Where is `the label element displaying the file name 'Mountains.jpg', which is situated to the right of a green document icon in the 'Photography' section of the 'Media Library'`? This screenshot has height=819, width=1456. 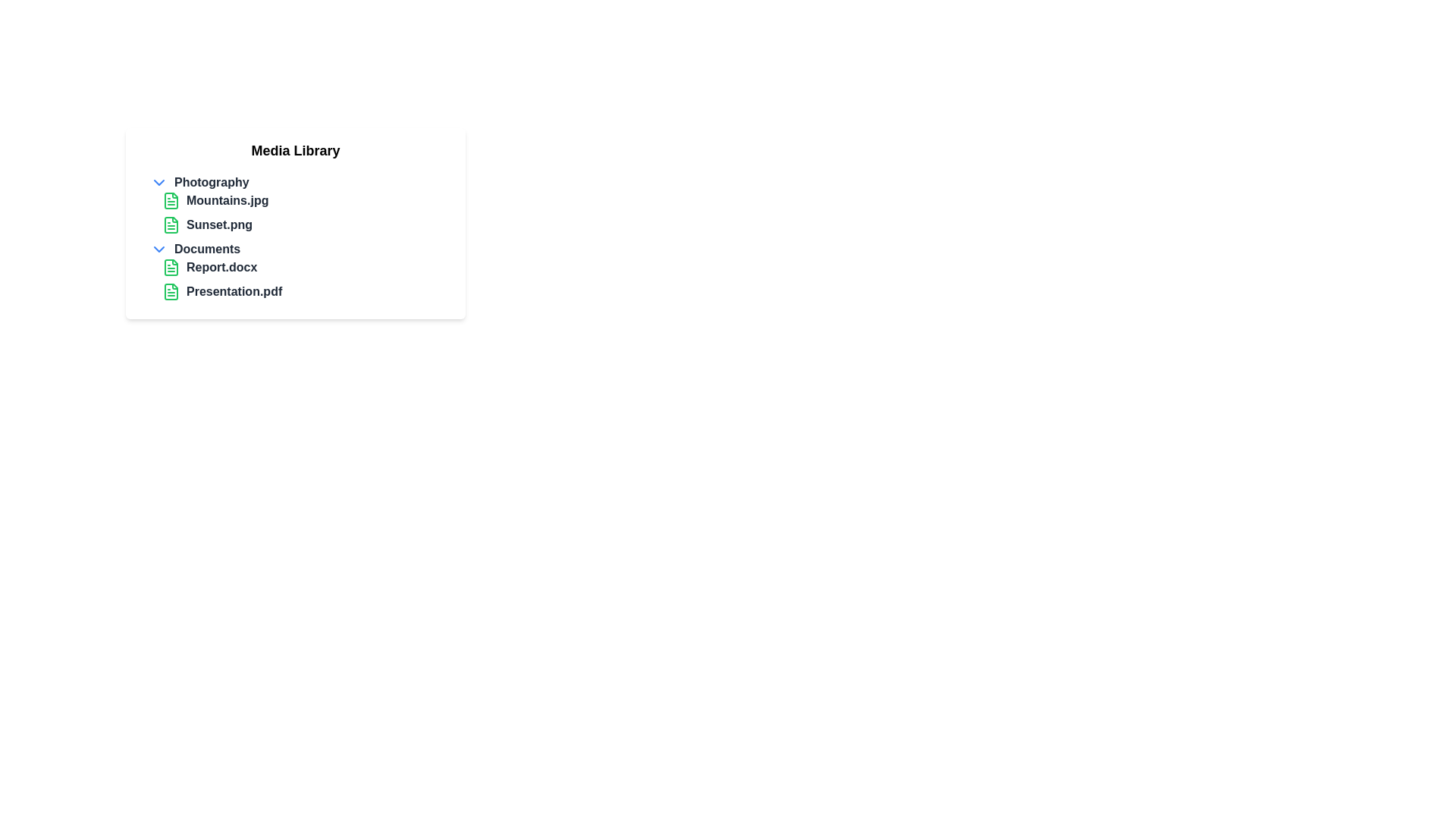 the label element displaying the file name 'Mountains.jpg', which is situated to the right of a green document icon in the 'Photography' section of the 'Media Library' is located at coordinates (227, 200).